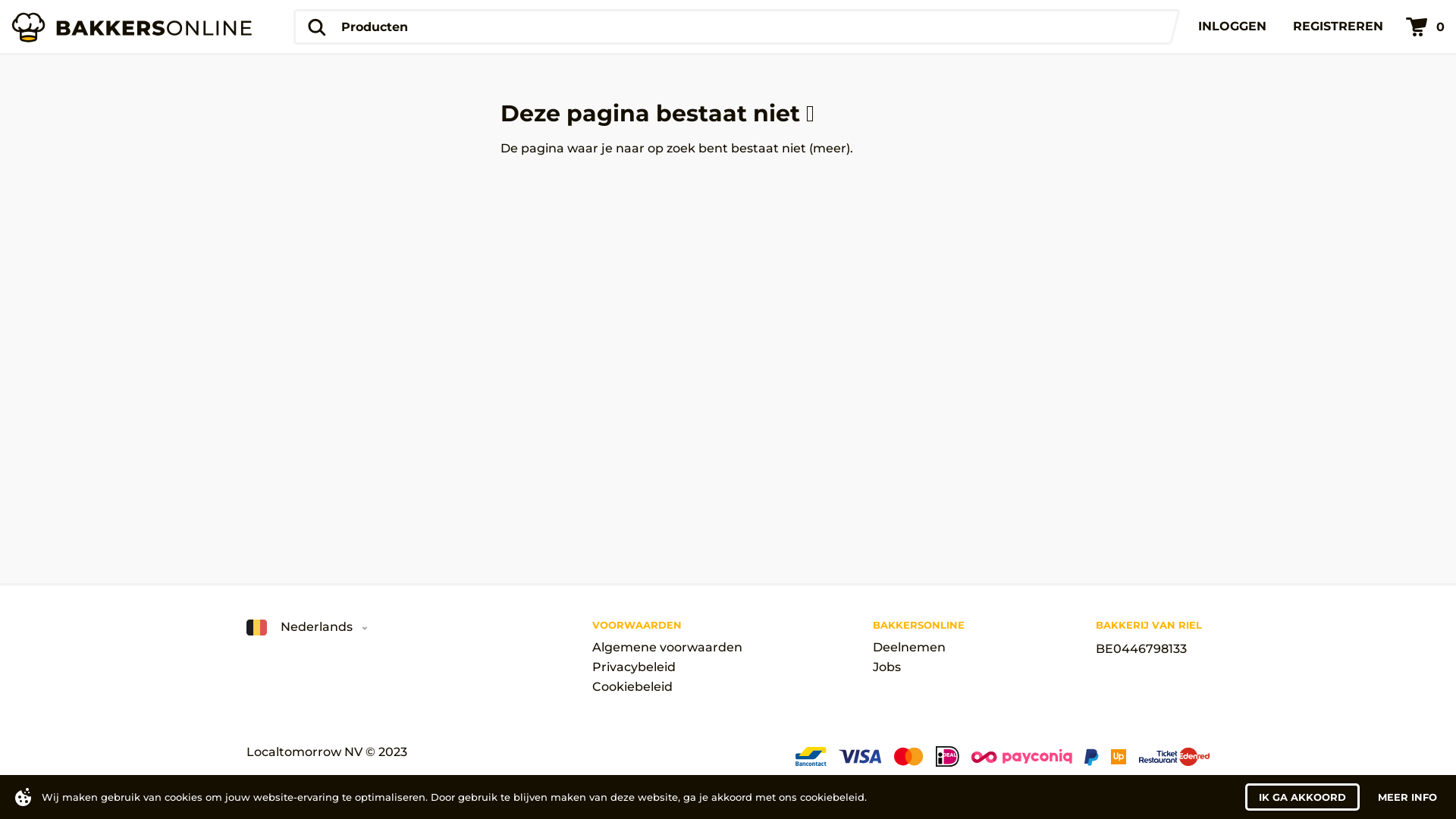  What do you see at coordinates (1407, 795) in the screenshot?
I see `'MEER INFO'` at bounding box center [1407, 795].